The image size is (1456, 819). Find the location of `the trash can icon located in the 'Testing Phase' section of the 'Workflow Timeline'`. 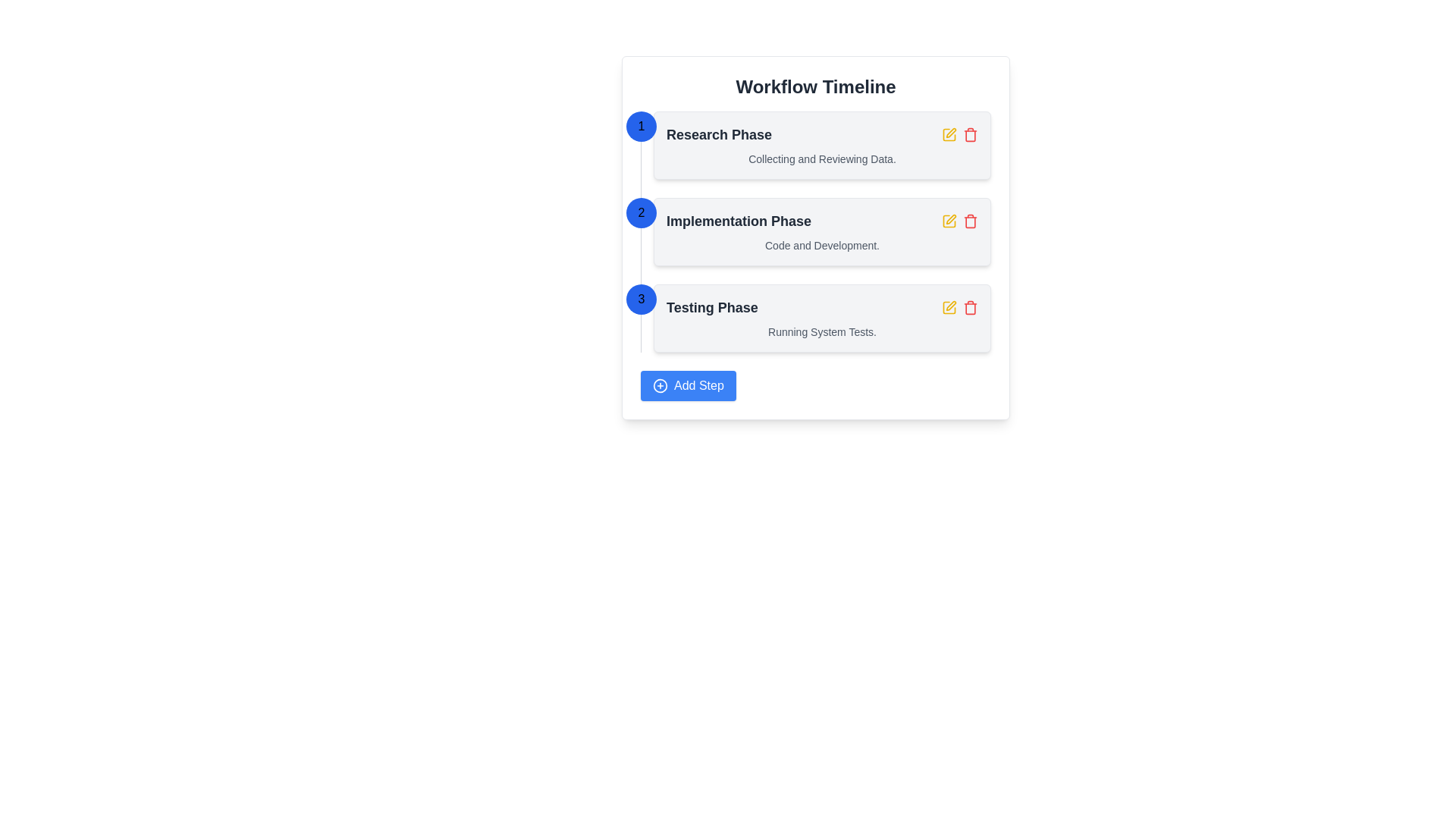

the trash can icon located in the 'Testing Phase' section of the 'Workflow Timeline' is located at coordinates (971, 307).